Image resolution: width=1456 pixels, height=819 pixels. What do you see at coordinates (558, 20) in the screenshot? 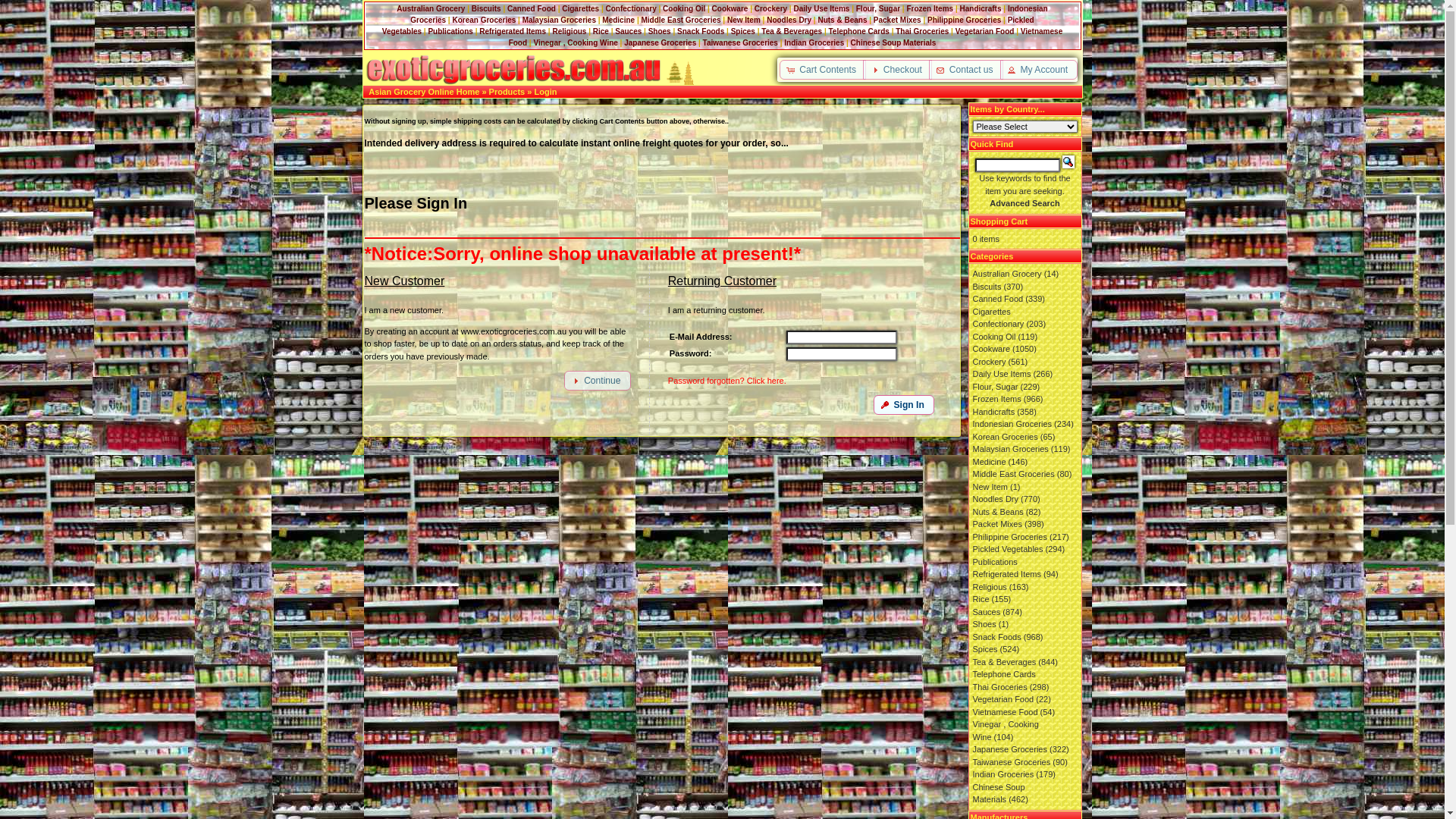
I see `'Malaysian Groceries'` at bounding box center [558, 20].